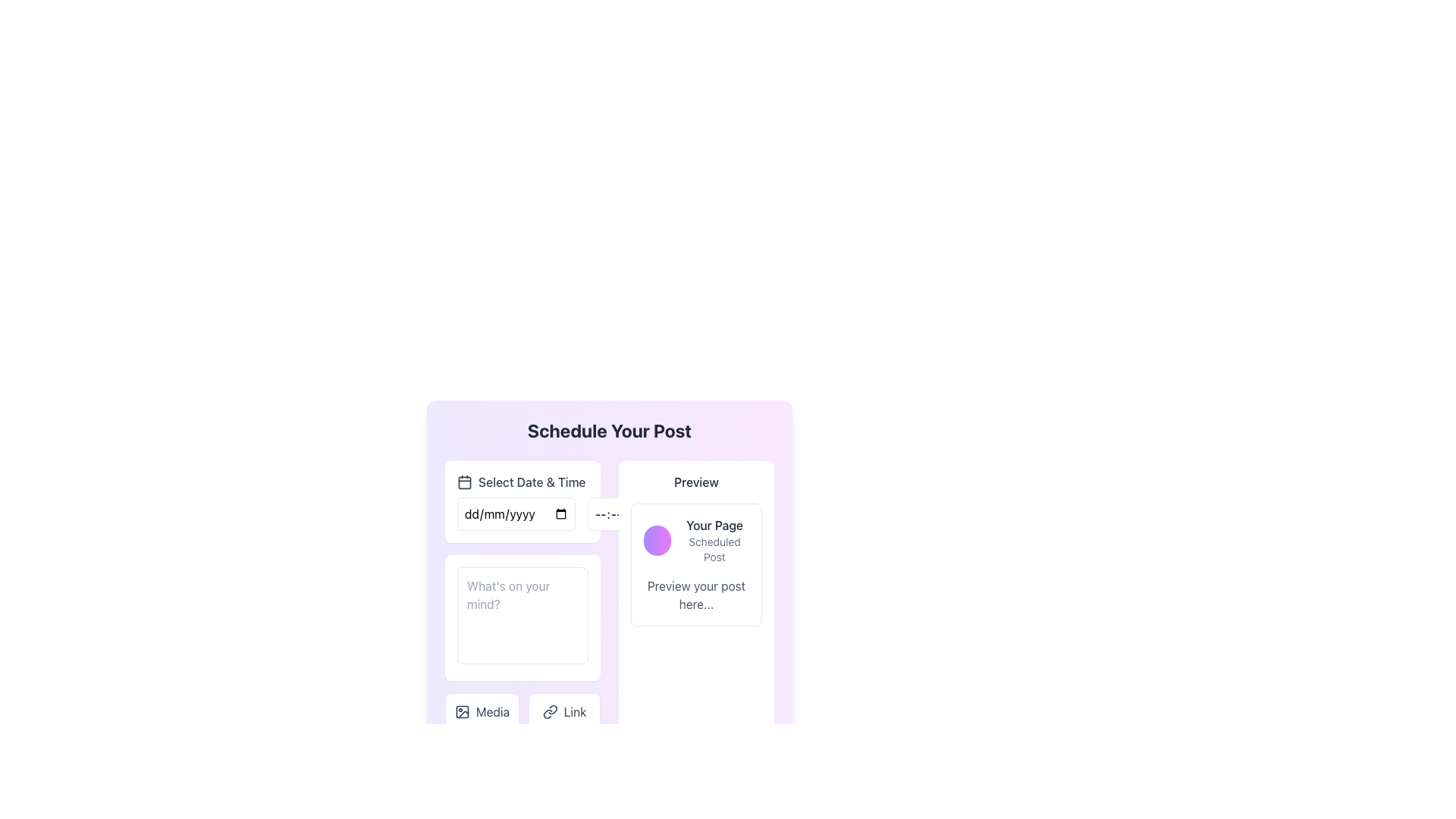  I want to click on the 'Media' text element displayed in bold, sans-serif style within the menu component, so click(493, 711).